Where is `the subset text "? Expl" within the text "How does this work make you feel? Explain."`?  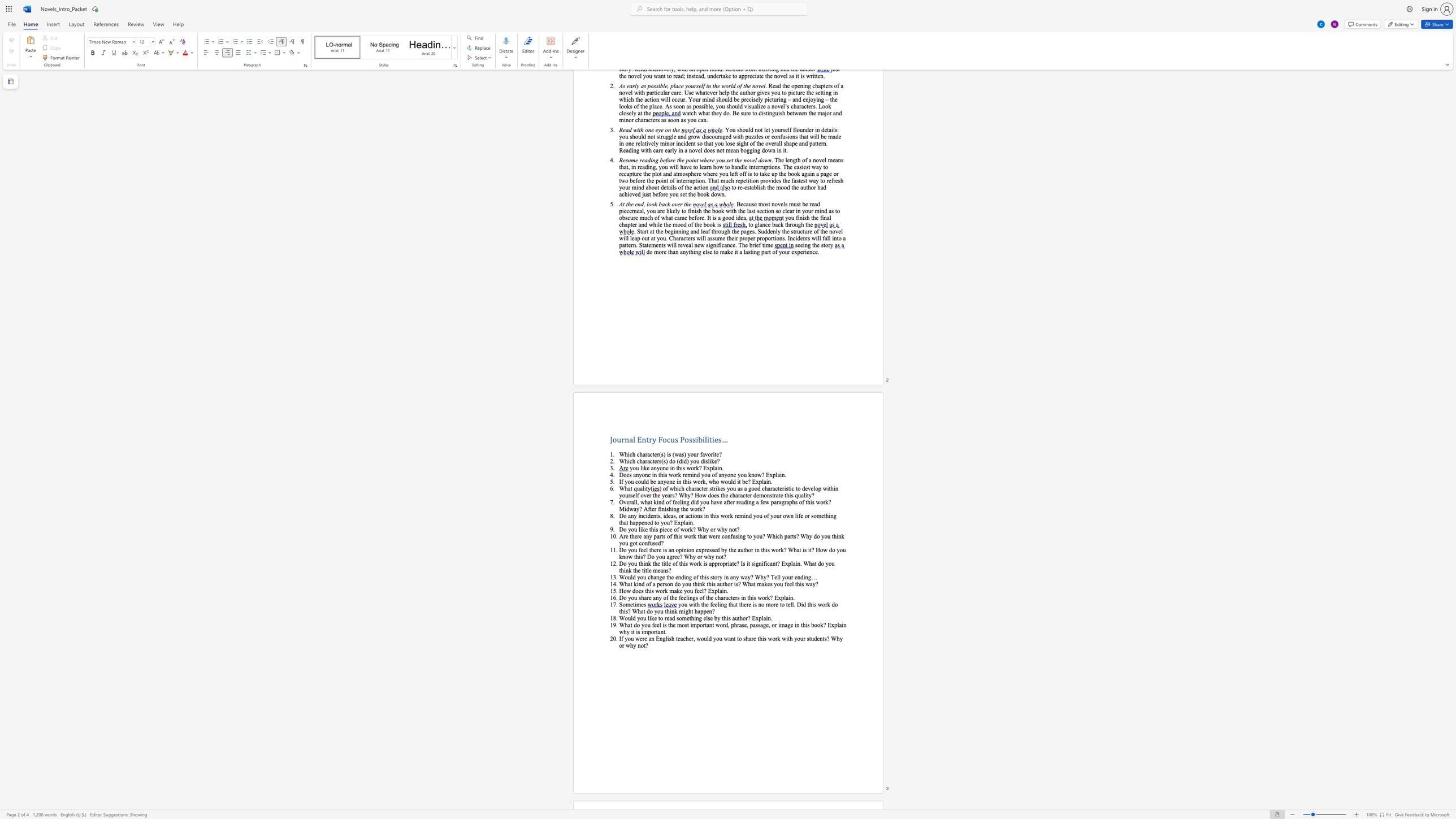 the subset text "? Expl" within the text "How does this work make you feel? Explain." is located at coordinates (703, 590).